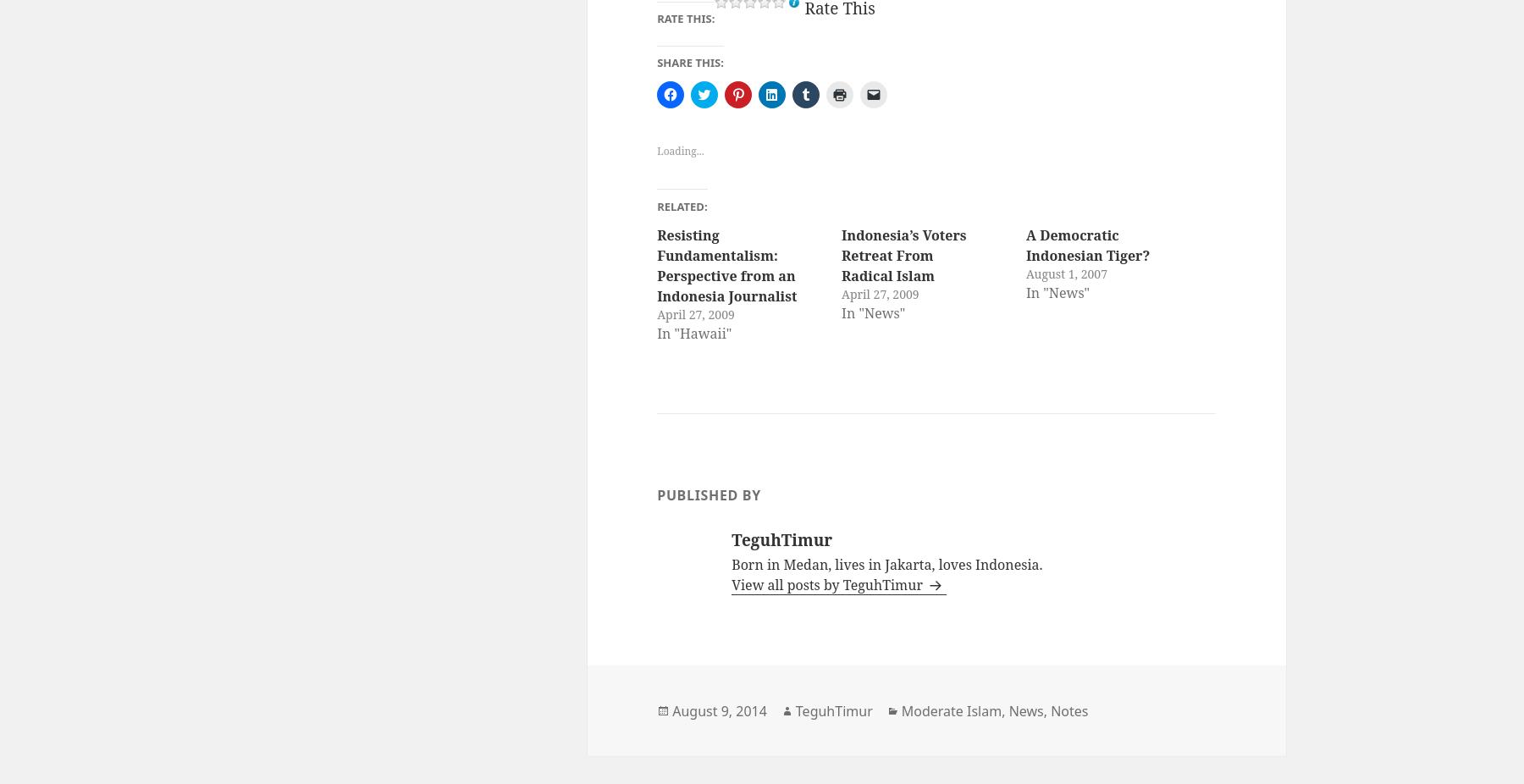 This screenshot has height=784, width=1524. I want to click on 'Loading...', so click(680, 150).